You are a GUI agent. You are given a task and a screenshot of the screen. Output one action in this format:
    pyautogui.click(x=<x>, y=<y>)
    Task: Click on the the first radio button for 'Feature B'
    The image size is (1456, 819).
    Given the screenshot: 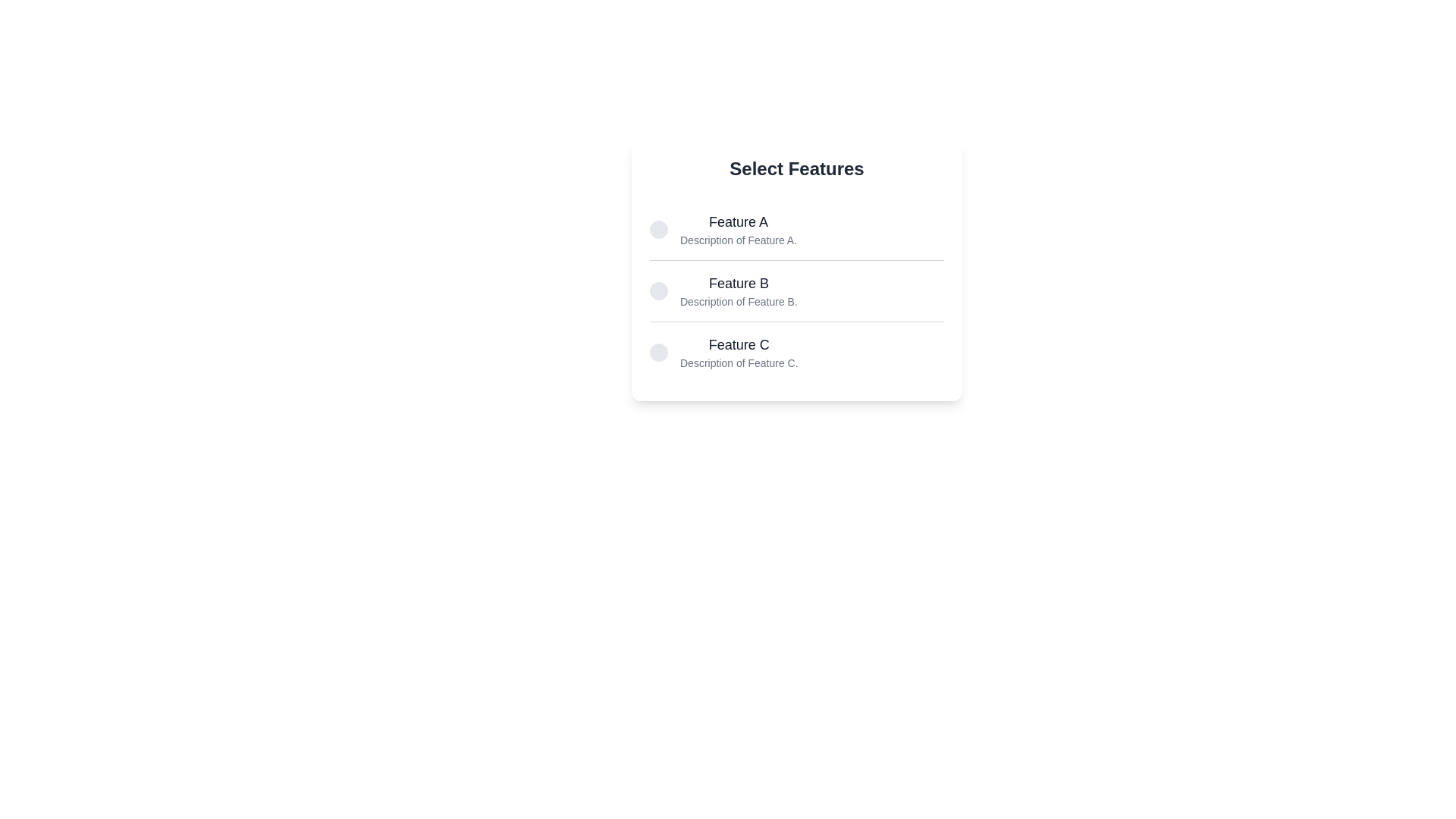 What is the action you would take?
    pyautogui.click(x=658, y=291)
    